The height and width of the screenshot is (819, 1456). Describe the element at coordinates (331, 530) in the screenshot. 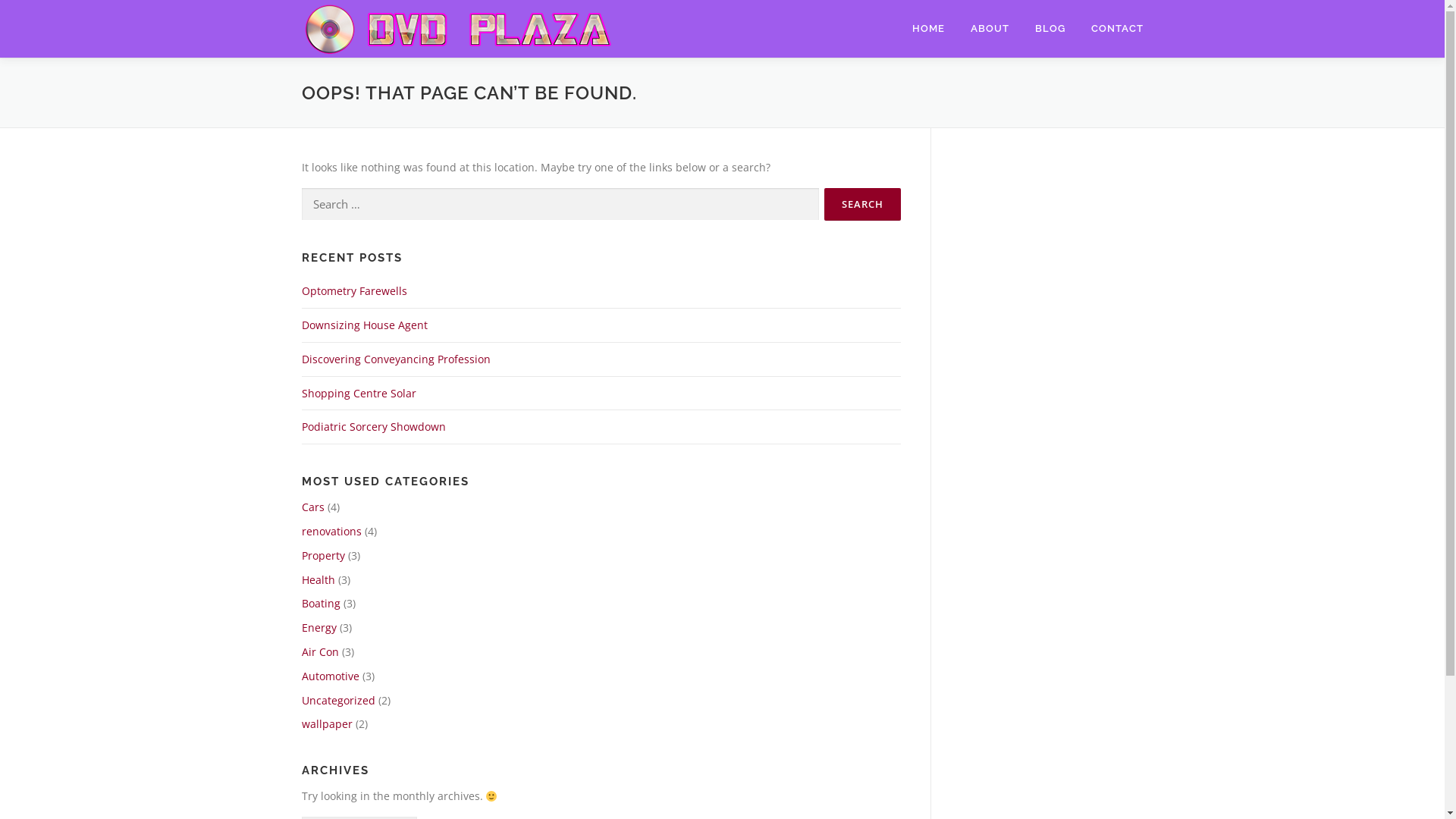

I see `'renovations'` at that location.